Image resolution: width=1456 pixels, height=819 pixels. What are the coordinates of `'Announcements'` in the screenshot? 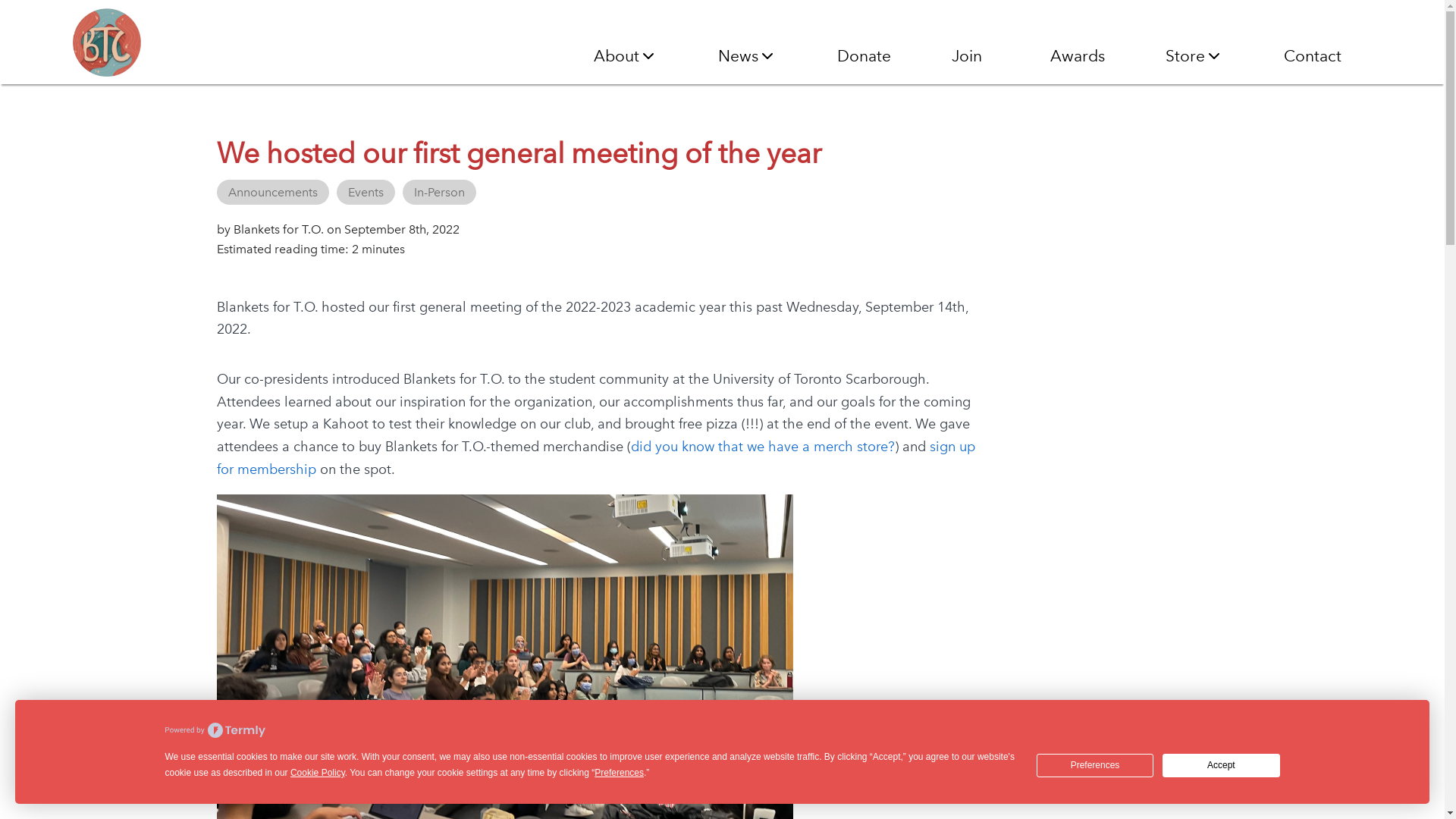 It's located at (273, 191).